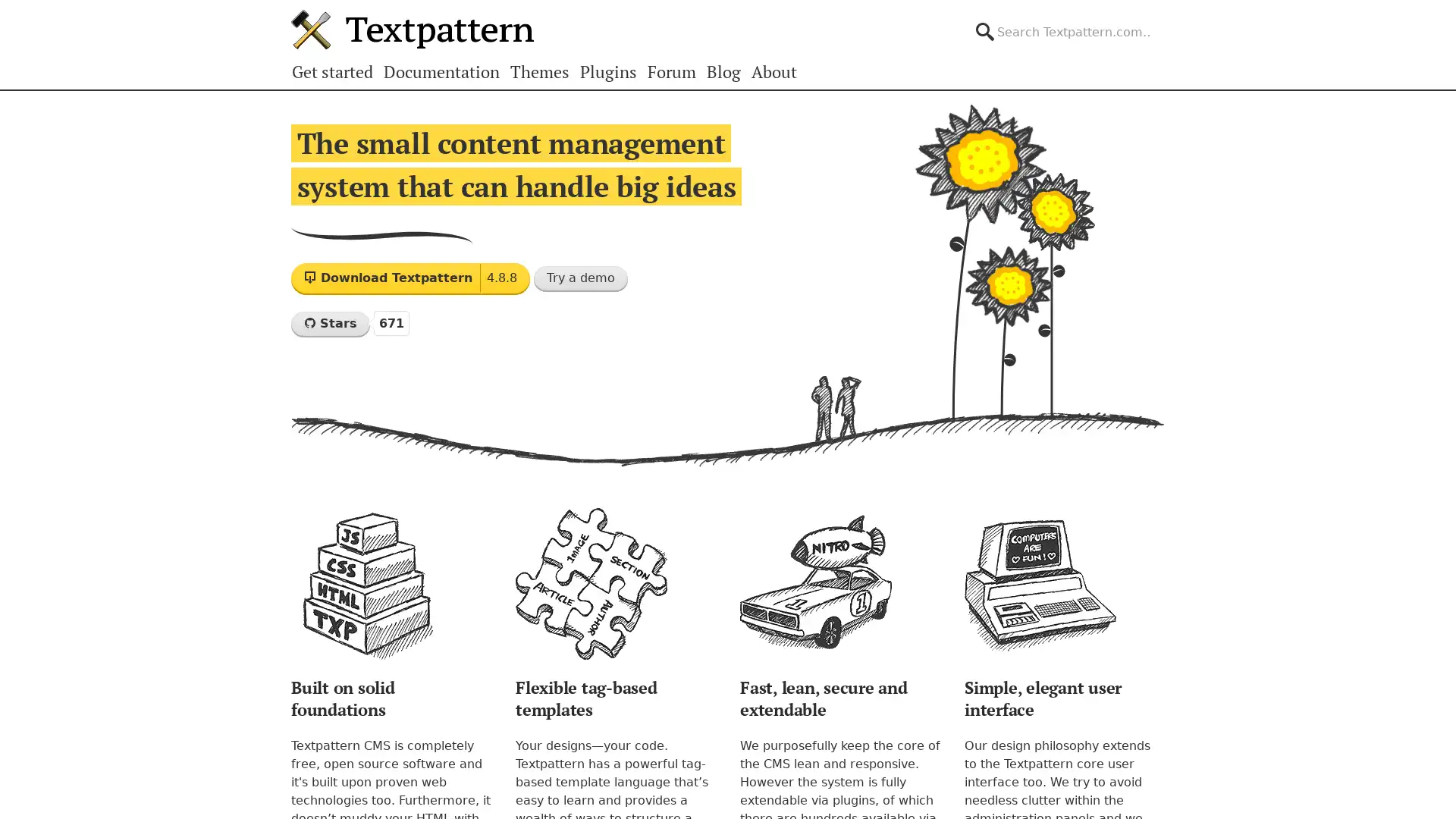 The height and width of the screenshot is (819, 1456). I want to click on Submit Search, so click(1163, 18).